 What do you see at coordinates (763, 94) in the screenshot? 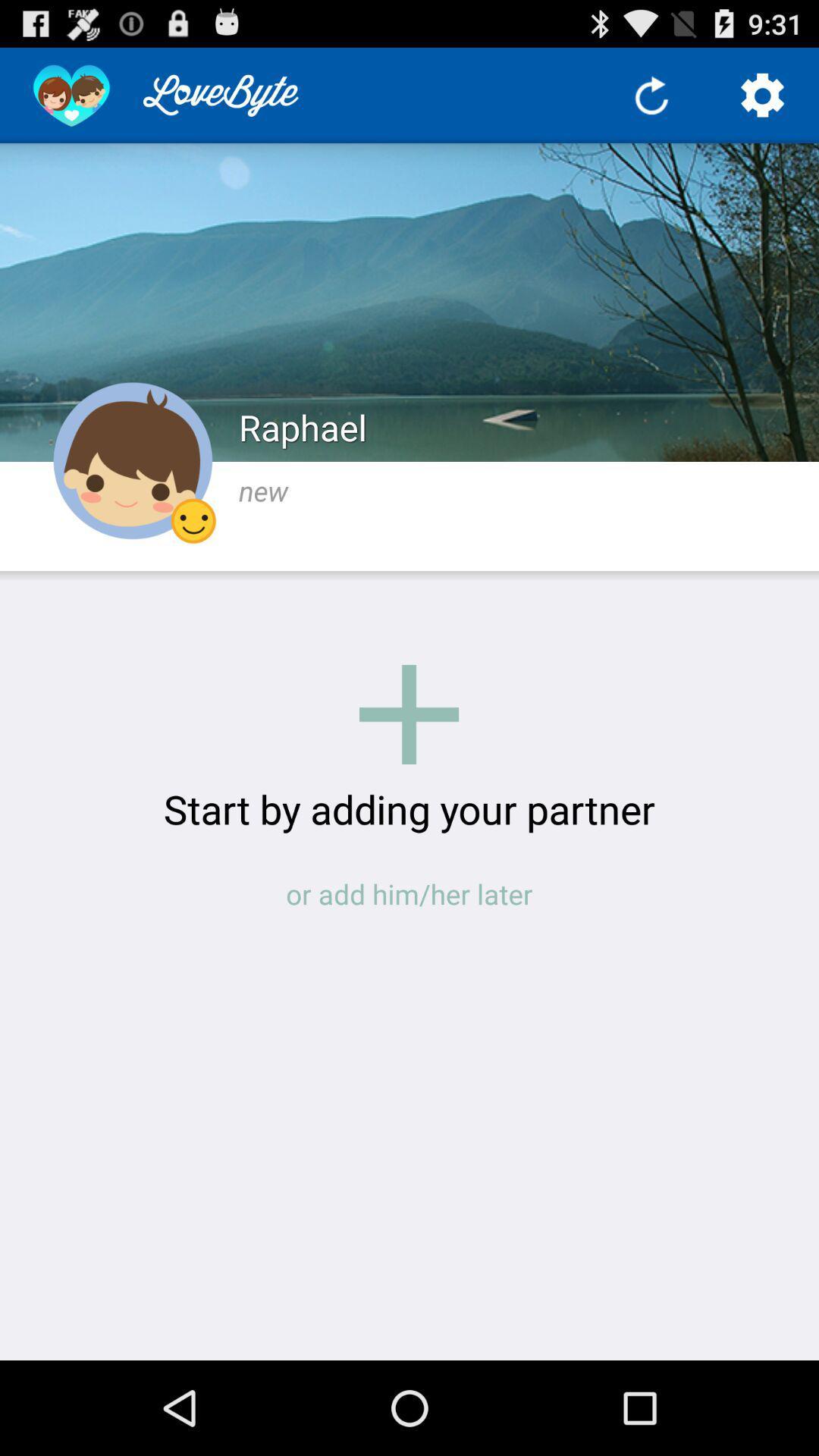
I see `it is for going into settings` at bounding box center [763, 94].